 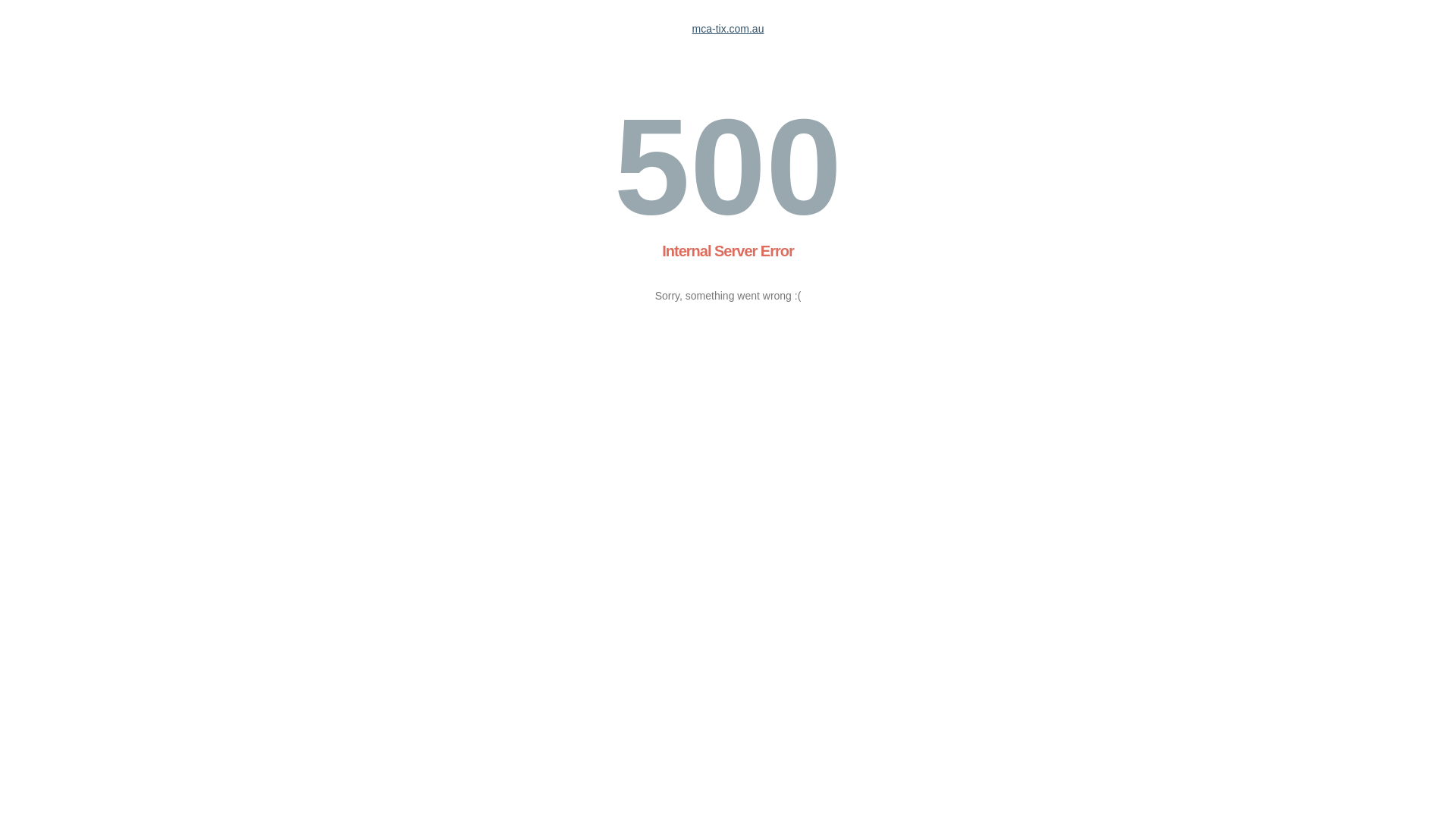 I want to click on 'mca-tix.com.au', so click(x=728, y=29).